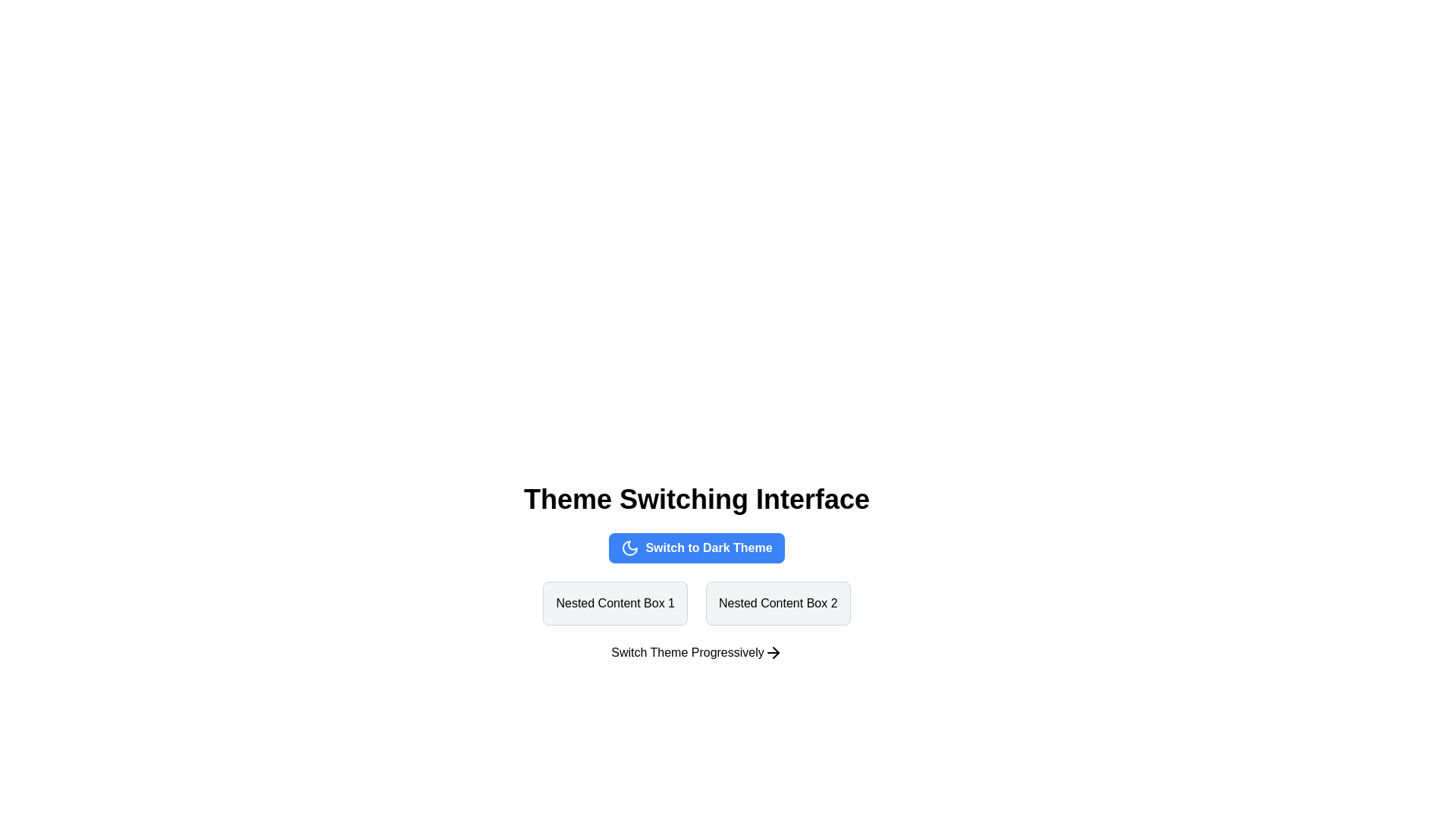 The height and width of the screenshot is (819, 1456). Describe the element at coordinates (630, 548) in the screenshot. I see `the small moon icon located within the blue button labeled 'Switch to Dark Theme', positioned to the left of the text` at that location.